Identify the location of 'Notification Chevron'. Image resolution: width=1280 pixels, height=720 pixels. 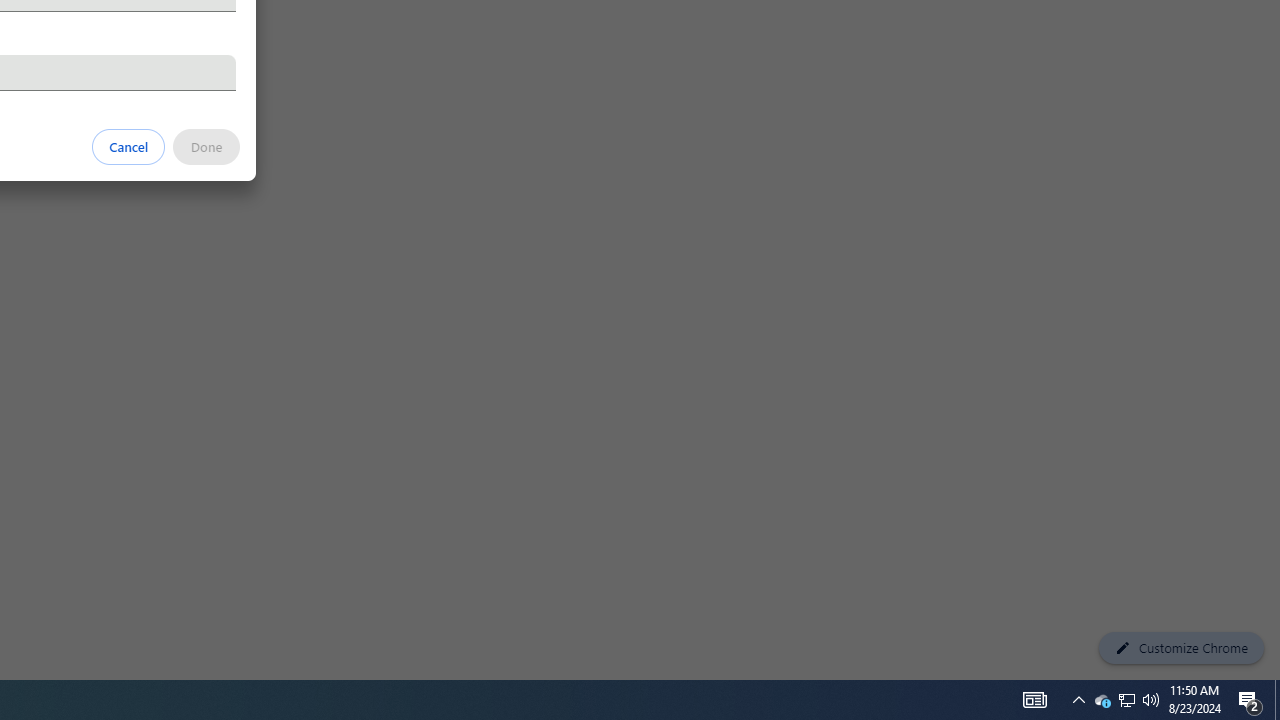
(1078, 698).